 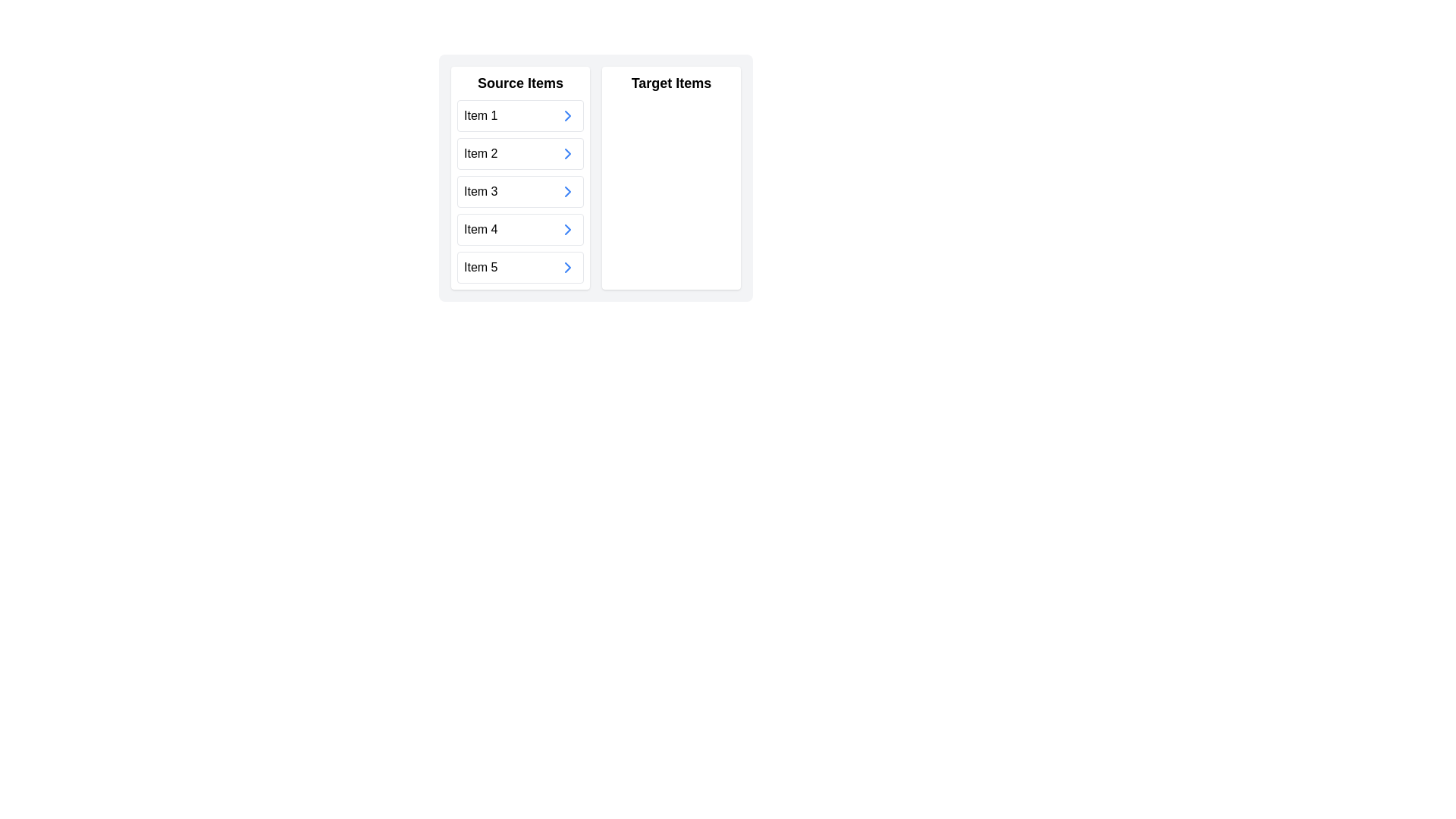 I want to click on the rightward chevron icon within the 'Item 2' list item group, so click(x=566, y=154).